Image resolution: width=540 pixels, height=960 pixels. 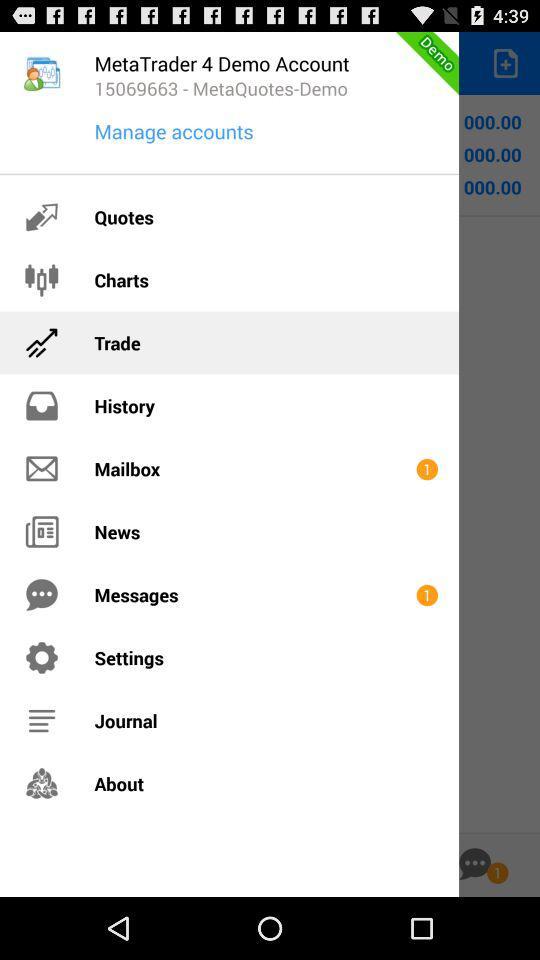 I want to click on the chat icon, so click(x=474, y=924).